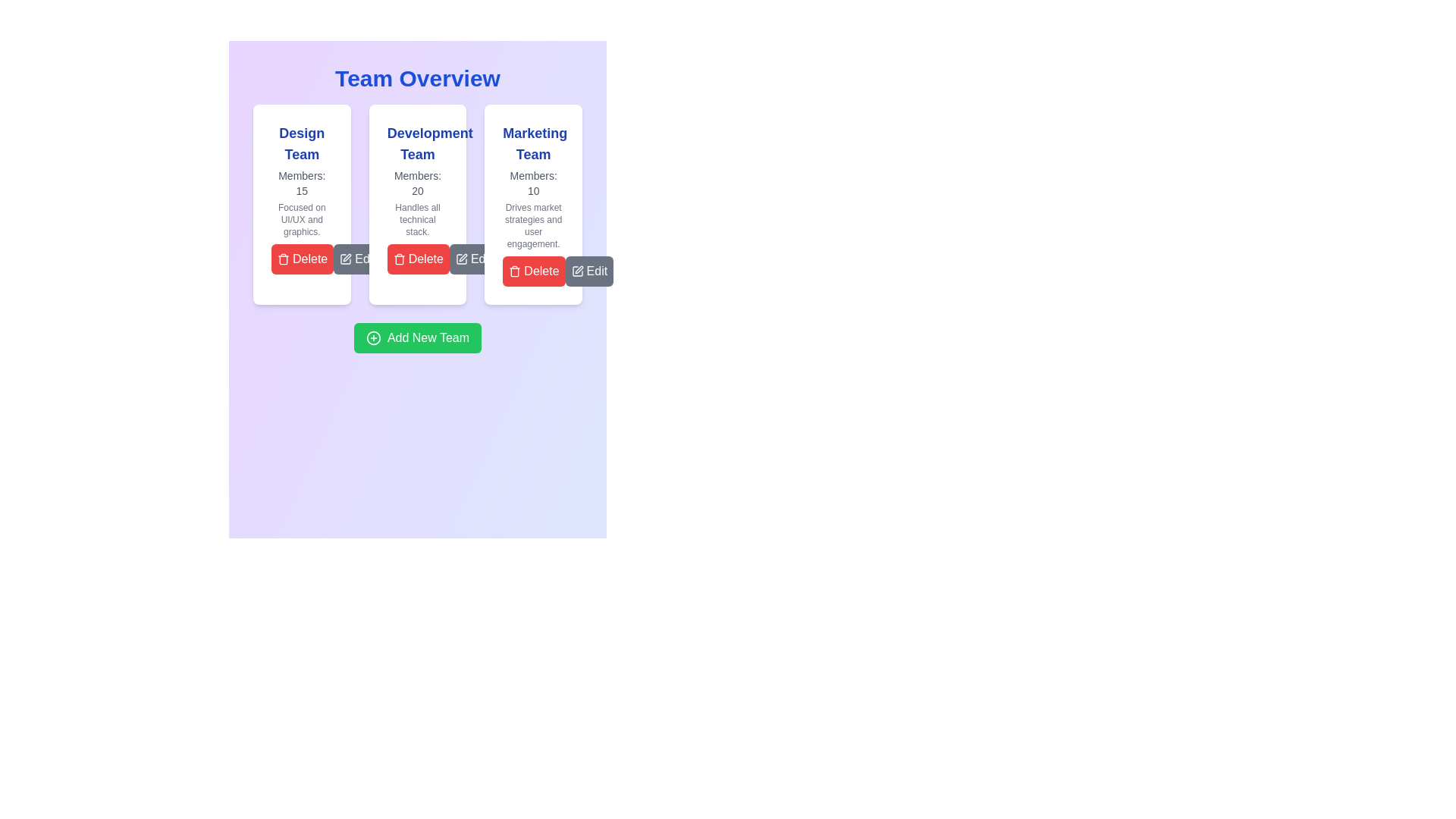  What do you see at coordinates (357, 259) in the screenshot?
I see `the 'Edit' button with white text on a gray background, located in the 'Development Team' section, to initiate editing` at bounding box center [357, 259].